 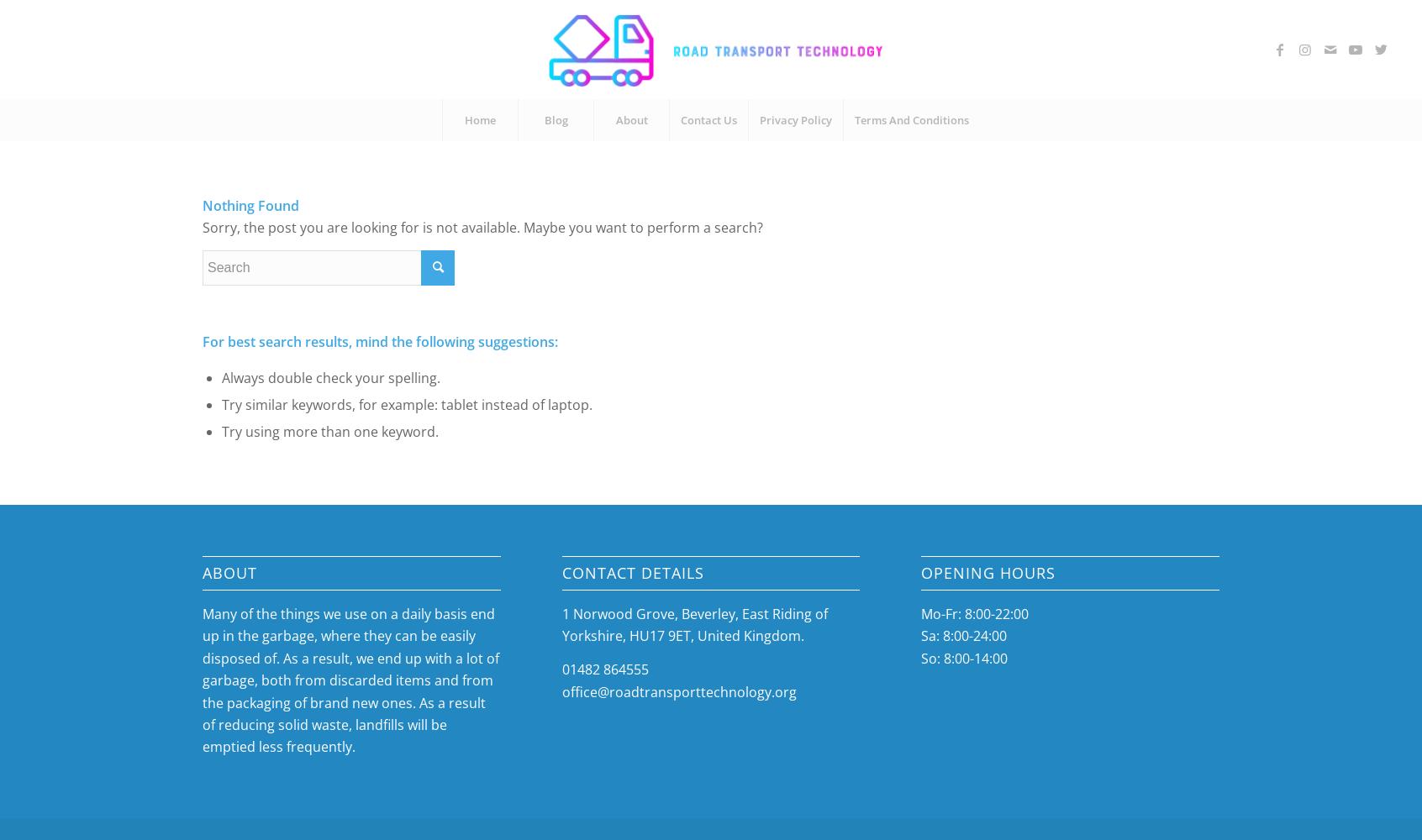 I want to click on 'Mo-Fr: 8:00-22:00', so click(x=974, y=613).